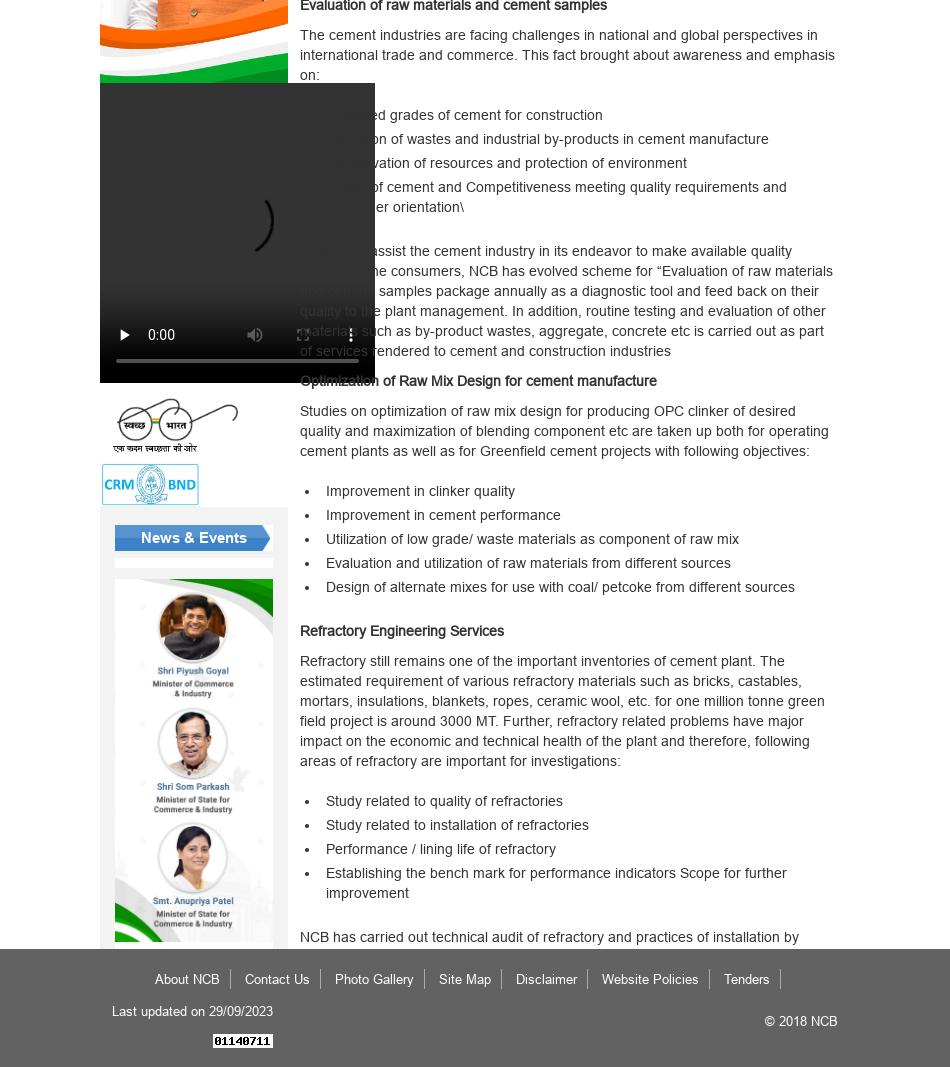 This screenshot has height=1067, width=950. I want to click on 'Study related to quality of refractories', so click(442, 799).